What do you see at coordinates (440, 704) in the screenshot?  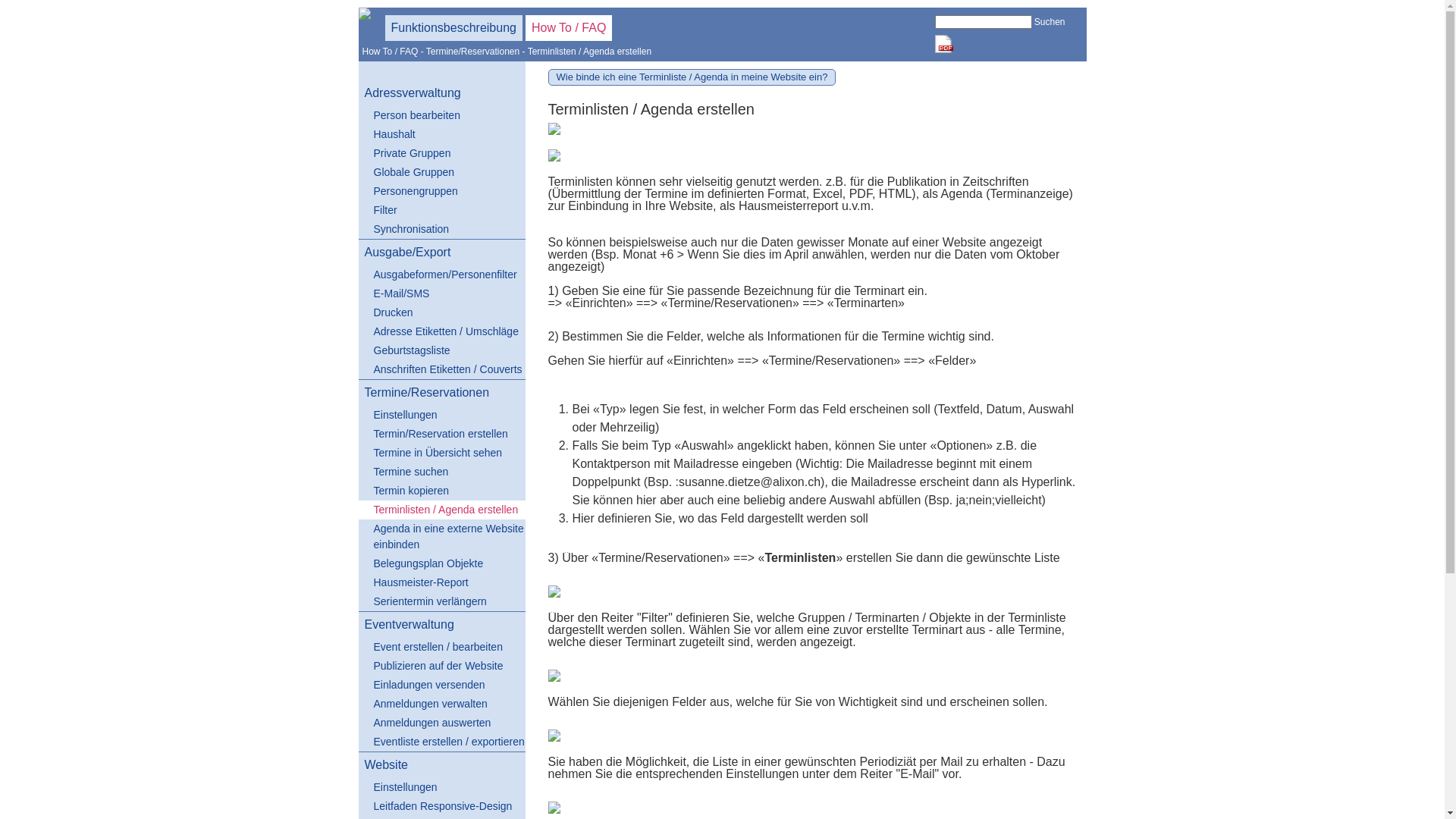 I see `'Anmeldungen verwalten'` at bounding box center [440, 704].